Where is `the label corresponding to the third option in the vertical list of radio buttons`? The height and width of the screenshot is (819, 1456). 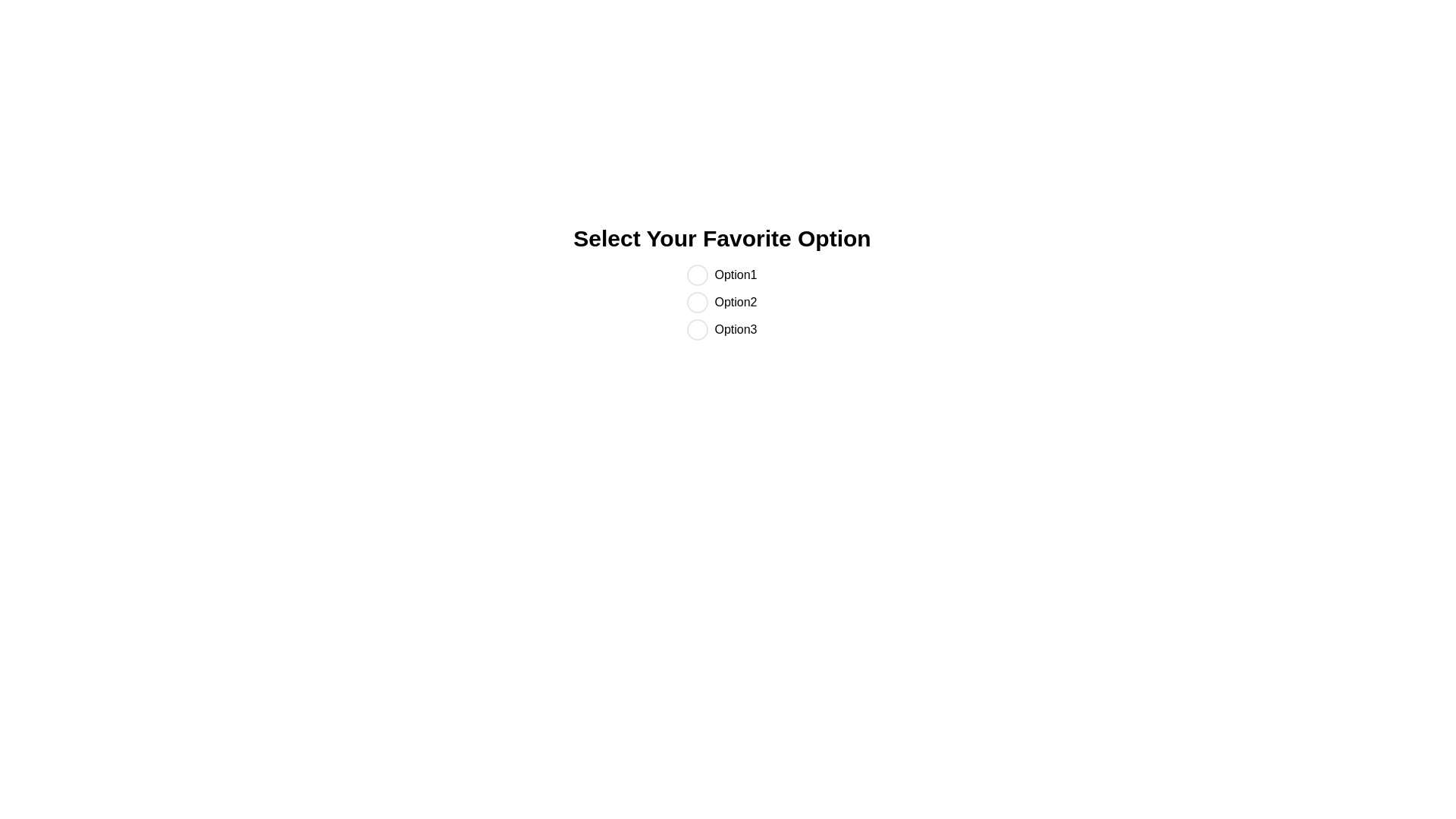
the label corresponding to the third option in the vertical list of radio buttons is located at coordinates (736, 329).